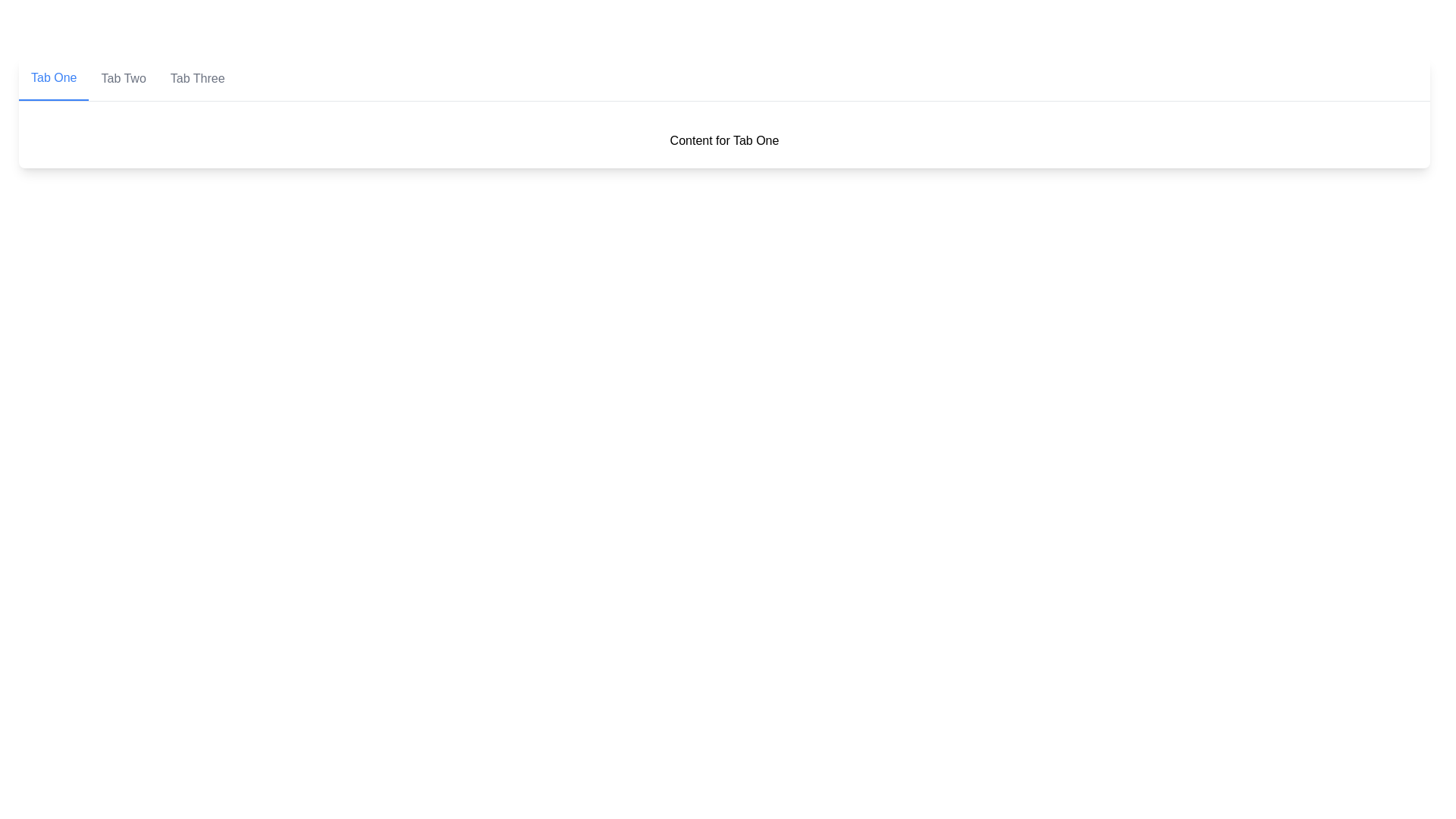 The width and height of the screenshot is (1456, 819). Describe the element at coordinates (196, 79) in the screenshot. I see `the tab Tab Three` at that location.